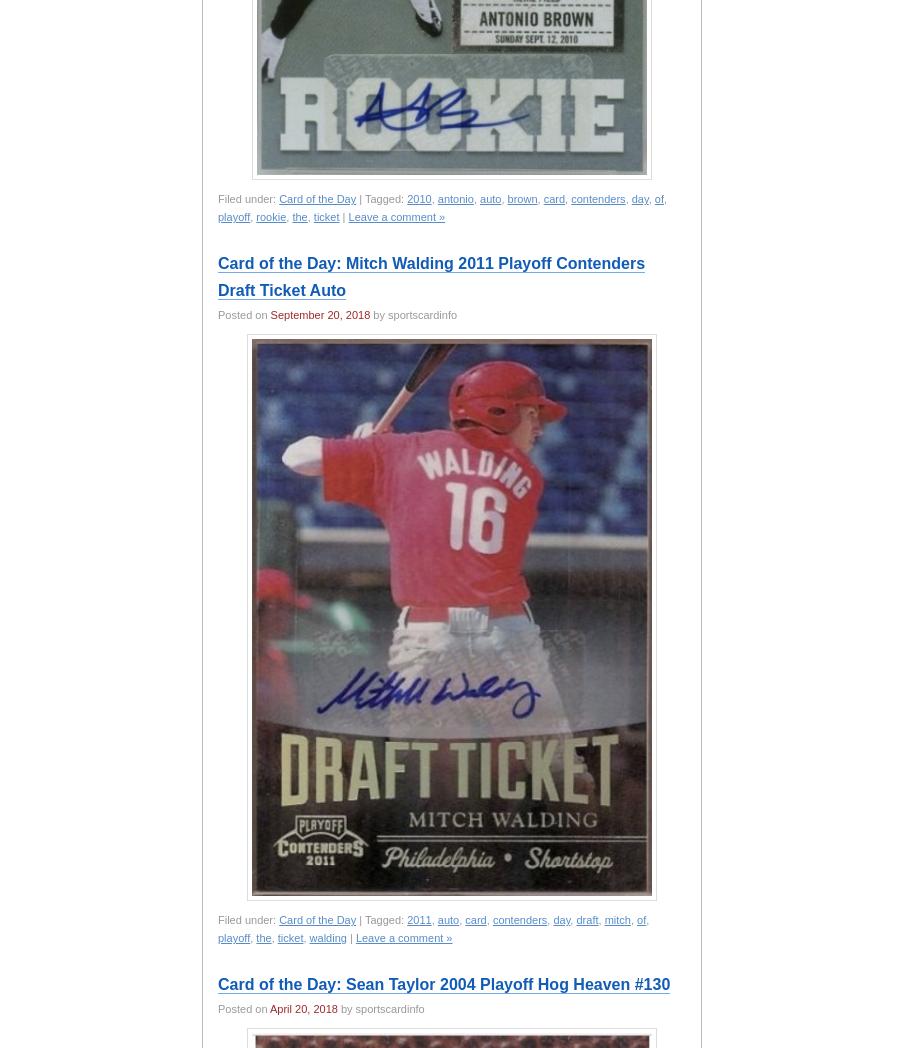 Image resolution: width=904 pixels, height=1048 pixels. I want to click on 'mitch', so click(602, 920).